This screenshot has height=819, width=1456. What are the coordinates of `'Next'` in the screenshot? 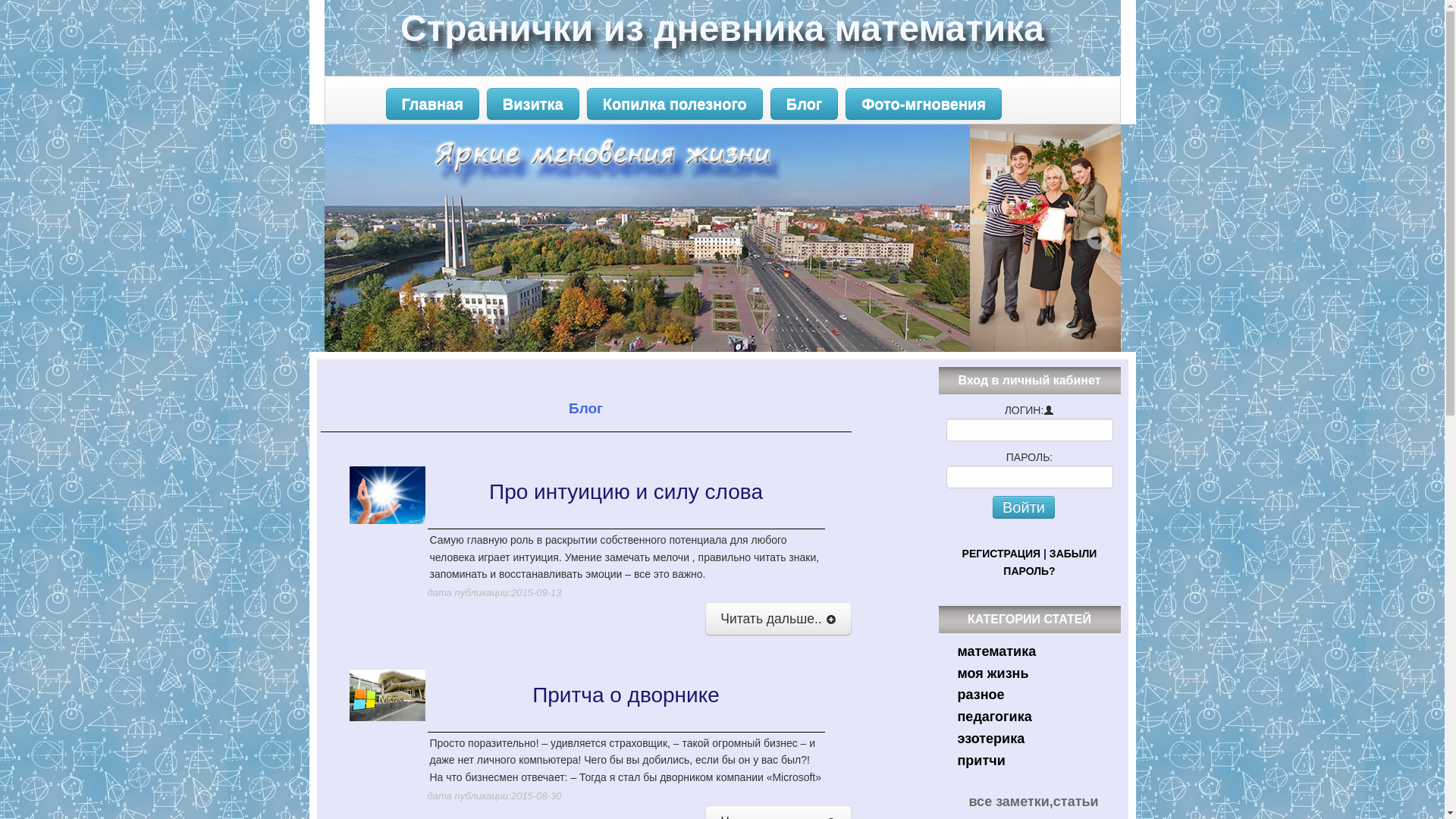 It's located at (1097, 237).